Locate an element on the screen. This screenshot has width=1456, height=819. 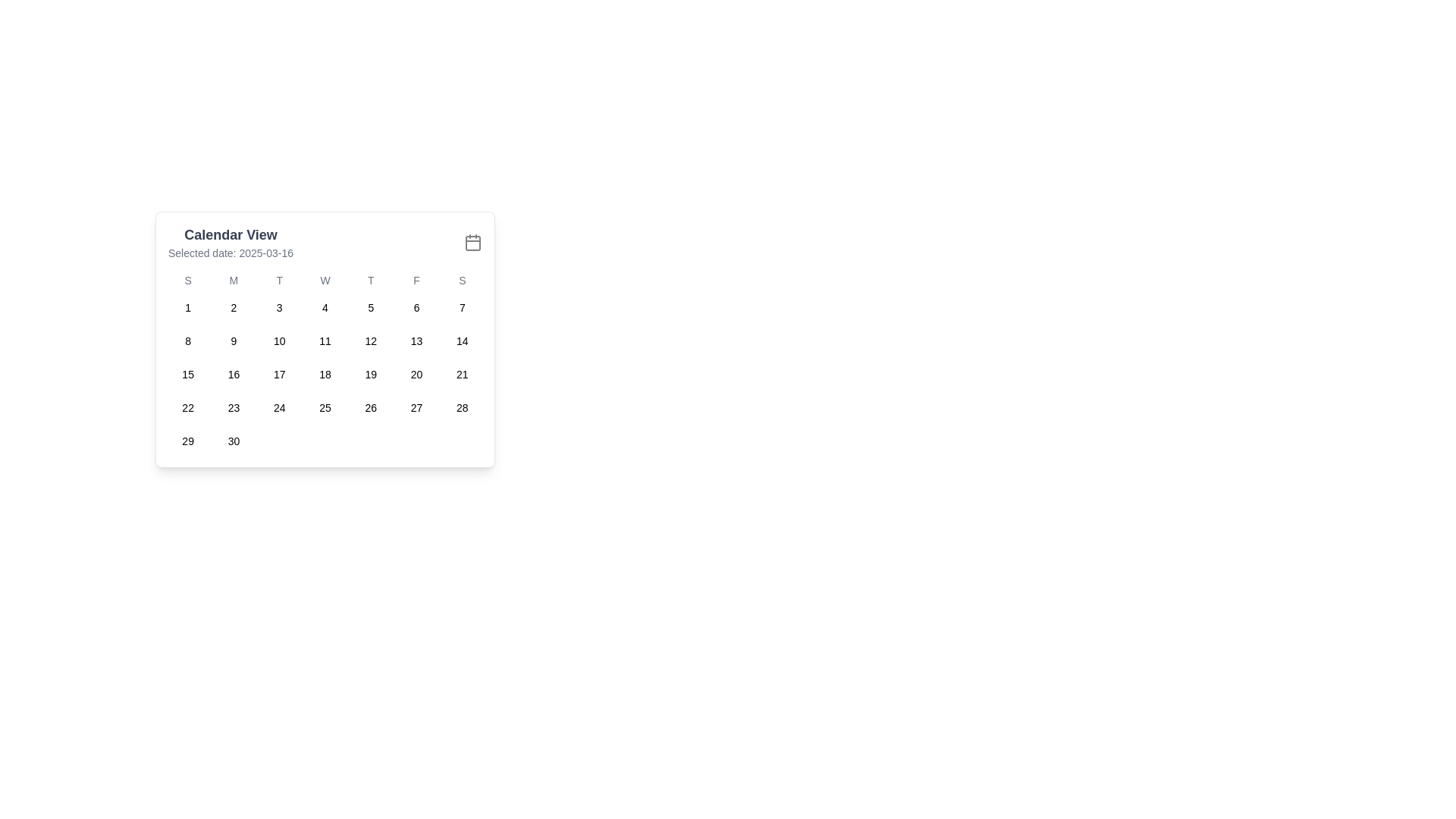
the date cell representing the 12th of the month in the calendar is located at coordinates (371, 341).